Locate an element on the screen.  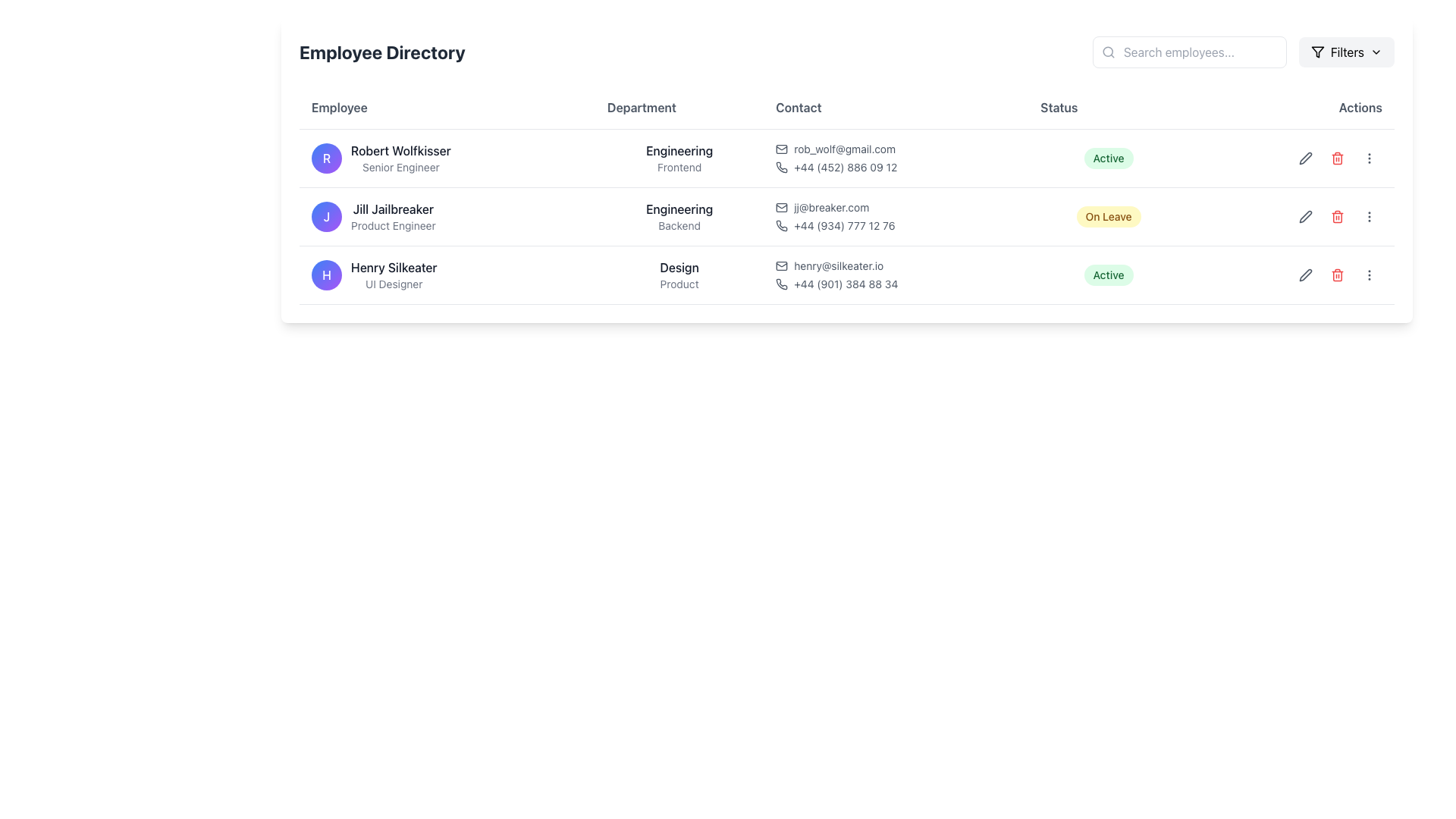
the employee information block in the first row under the 'Employee' column, which contains their name, job title, and an icon represented by the first letter of their name is located at coordinates (447, 158).